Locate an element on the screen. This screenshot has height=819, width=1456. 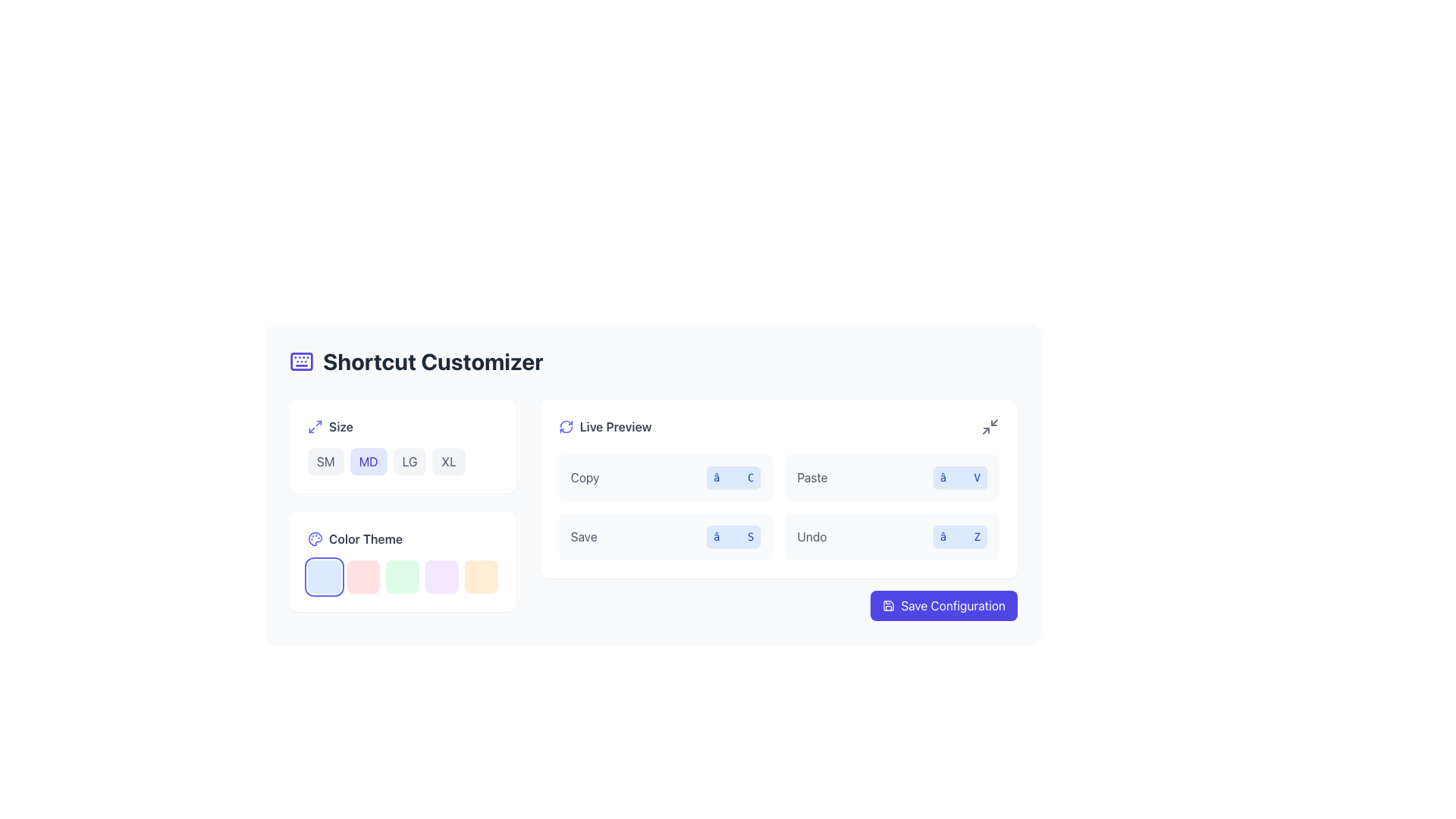
the save icon located to the left of the 'Save Configuration' button, which visually represents the action of saving data related to configurations is located at coordinates (889, 604).